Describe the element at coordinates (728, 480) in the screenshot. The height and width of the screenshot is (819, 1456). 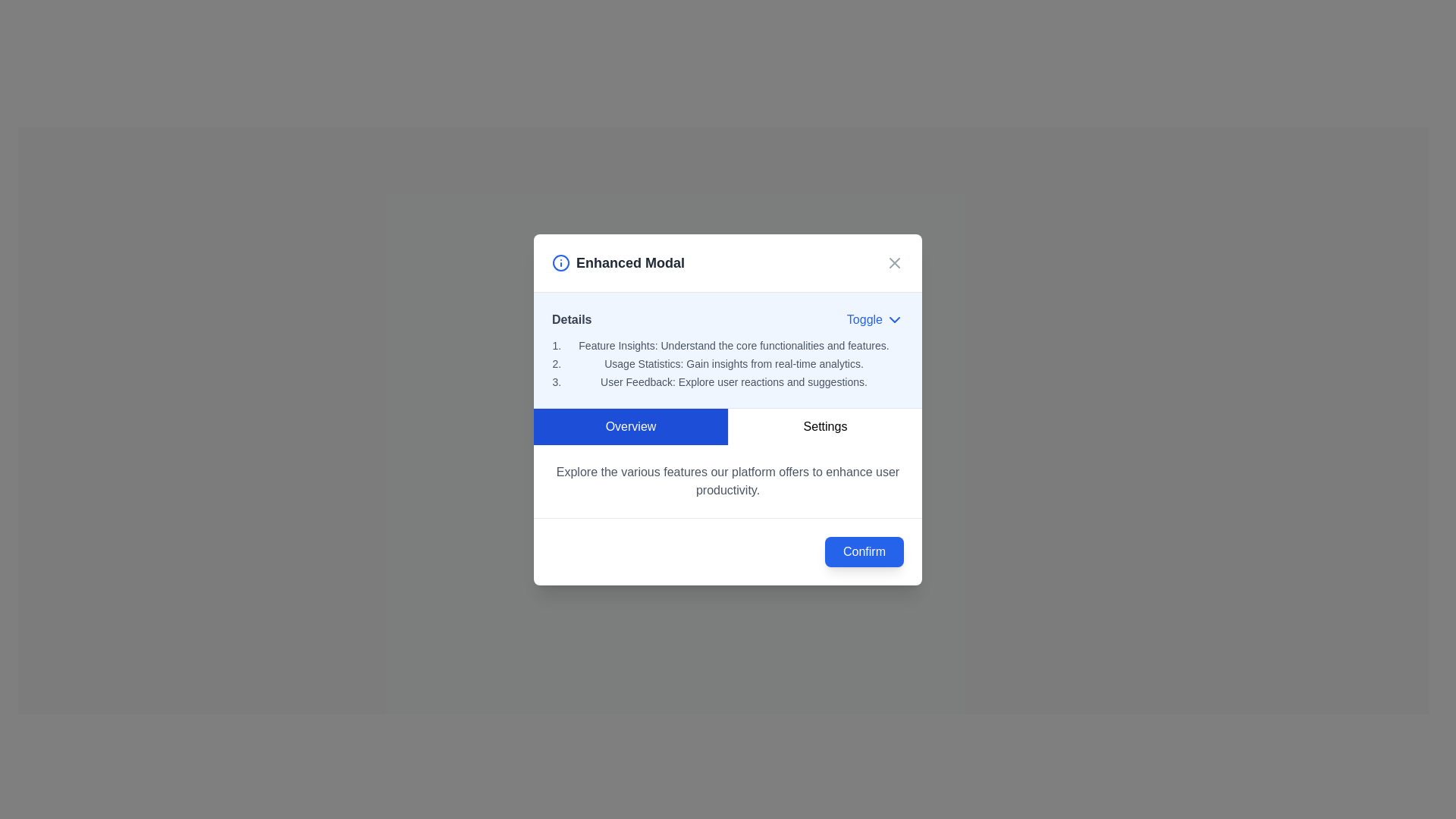
I see `the informational text located in the bottom section of the modal, below the blue navigation bar with 'Overview' and 'Settings' tabs` at that location.